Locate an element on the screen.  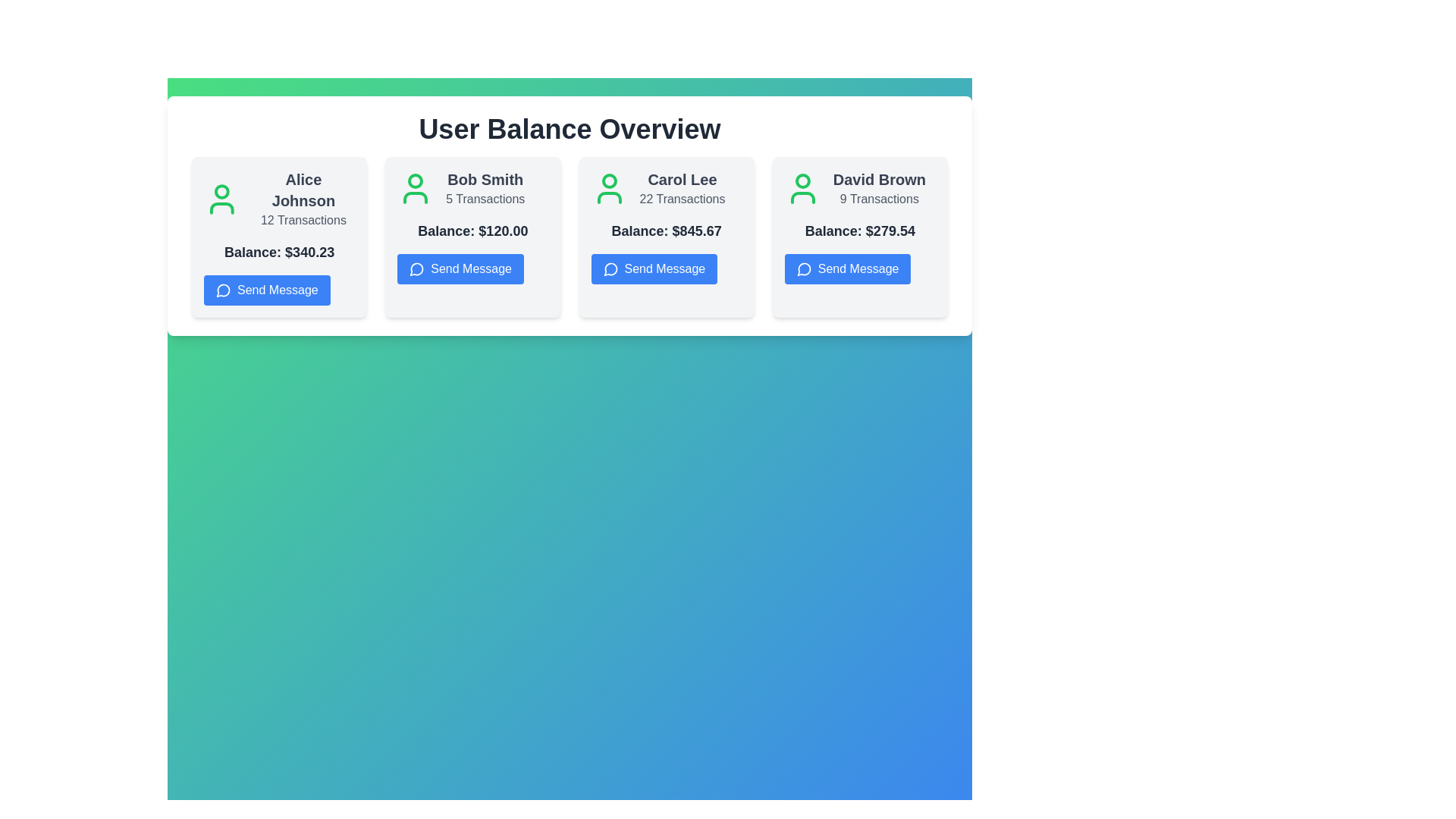
the informational text label displaying '9 Transactions' related to user 'David Brown', located in the fourth card of user cards, positioned below the green user icon and above the blue 'Send Message' button is located at coordinates (879, 188).